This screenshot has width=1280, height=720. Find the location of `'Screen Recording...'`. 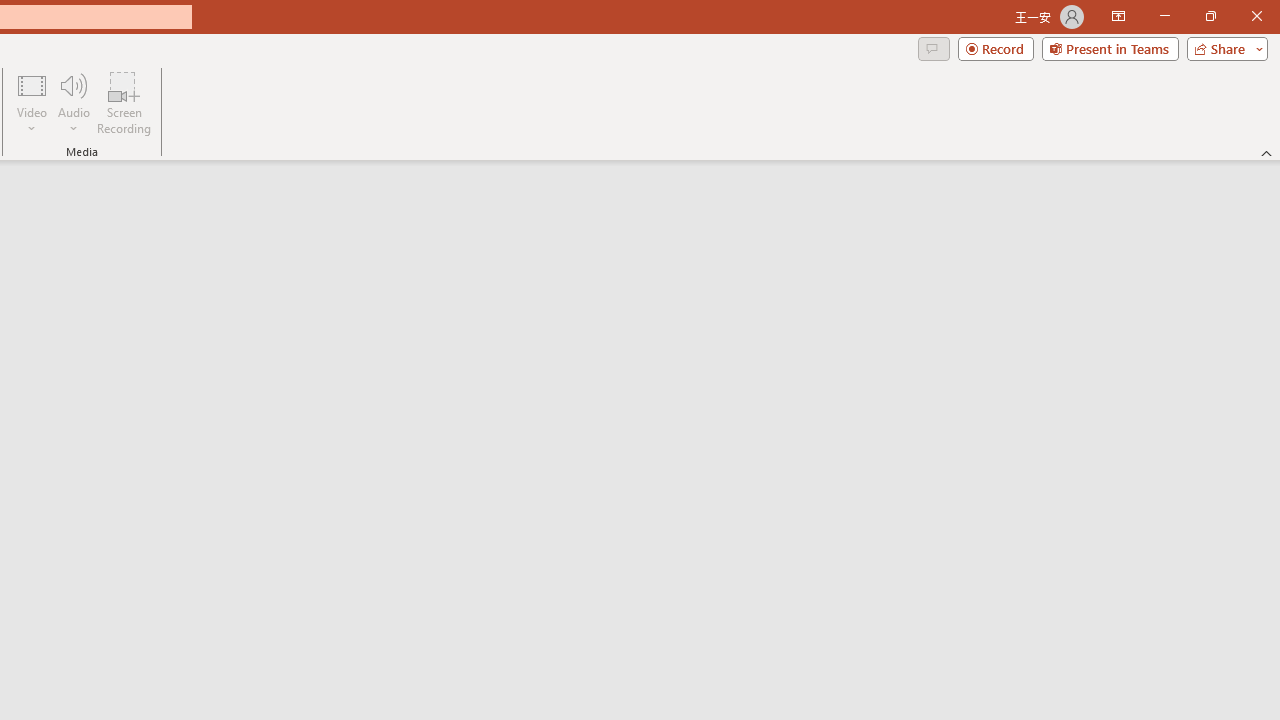

'Screen Recording...' is located at coordinates (123, 103).